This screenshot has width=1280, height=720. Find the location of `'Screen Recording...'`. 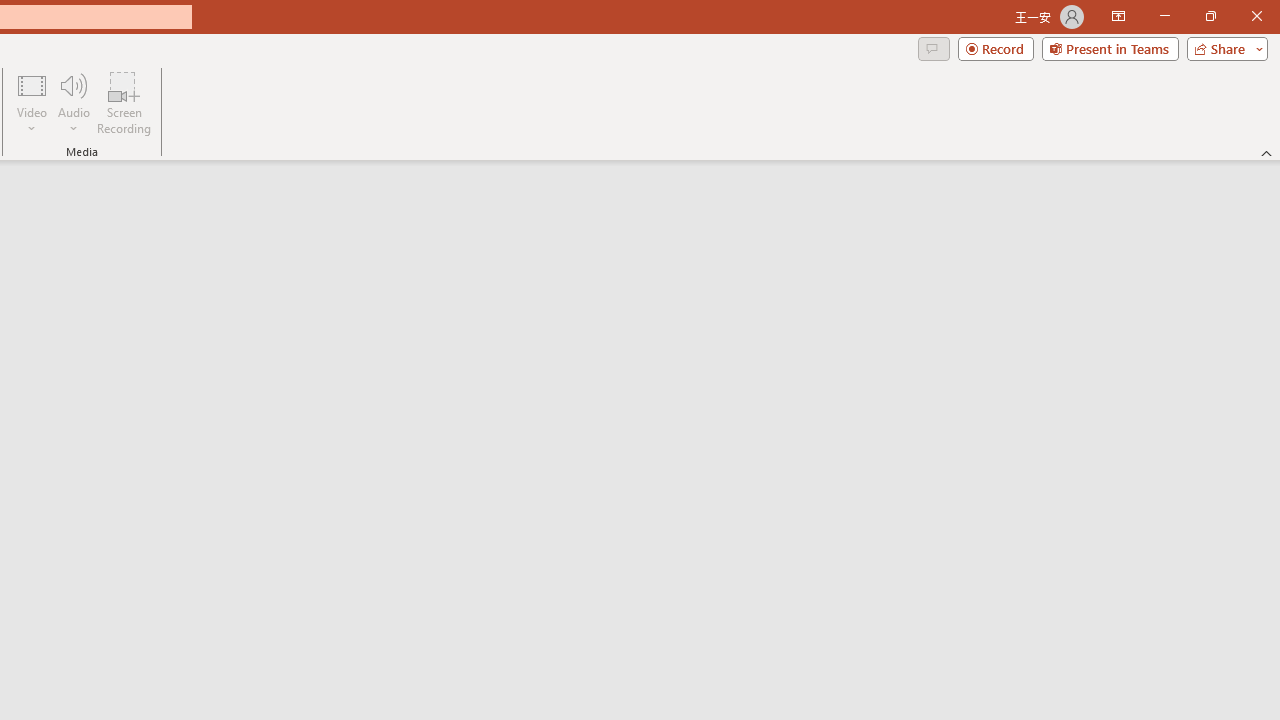

'Screen Recording...' is located at coordinates (123, 103).